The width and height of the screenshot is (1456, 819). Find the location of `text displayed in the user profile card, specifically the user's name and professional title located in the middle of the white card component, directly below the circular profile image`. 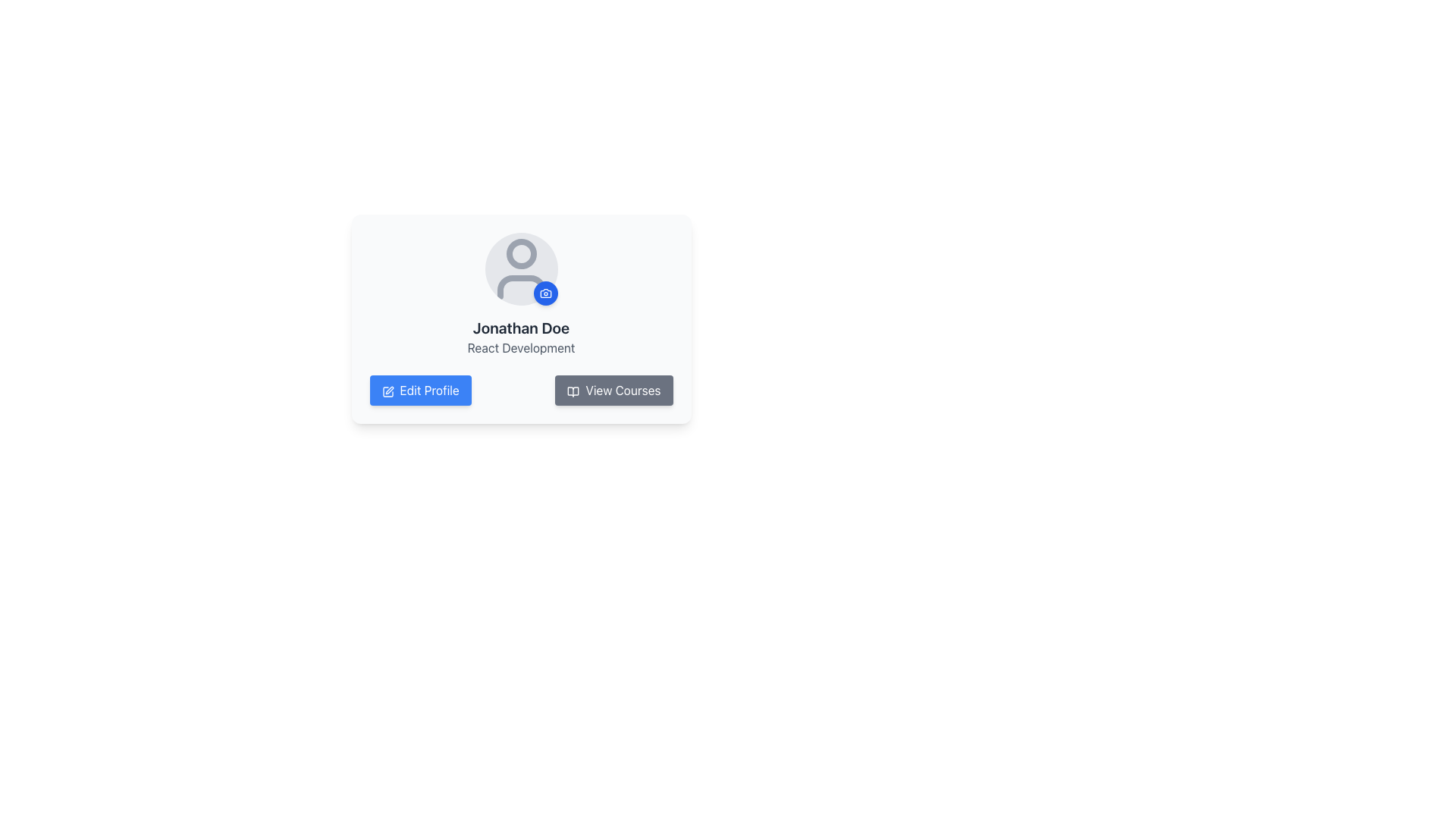

text displayed in the user profile card, specifically the user's name and professional title located in the middle of the white card component, directly below the circular profile image is located at coordinates (521, 336).